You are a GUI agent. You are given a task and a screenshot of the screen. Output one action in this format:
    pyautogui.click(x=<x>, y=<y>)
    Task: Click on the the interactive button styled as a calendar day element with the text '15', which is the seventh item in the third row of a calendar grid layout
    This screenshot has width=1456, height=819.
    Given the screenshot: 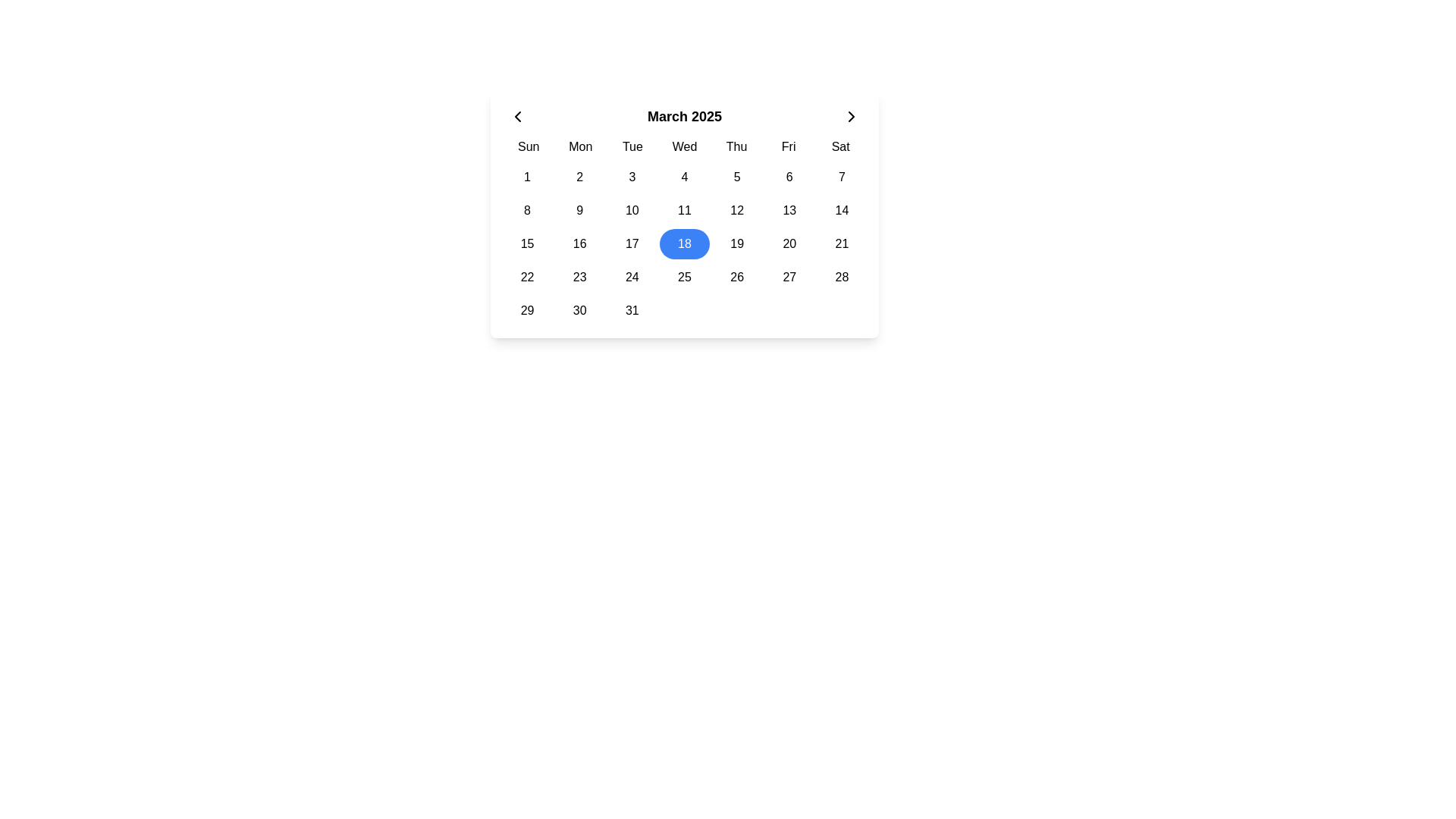 What is the action you would take?
    pyautogui.click(x=527, y=243)
    